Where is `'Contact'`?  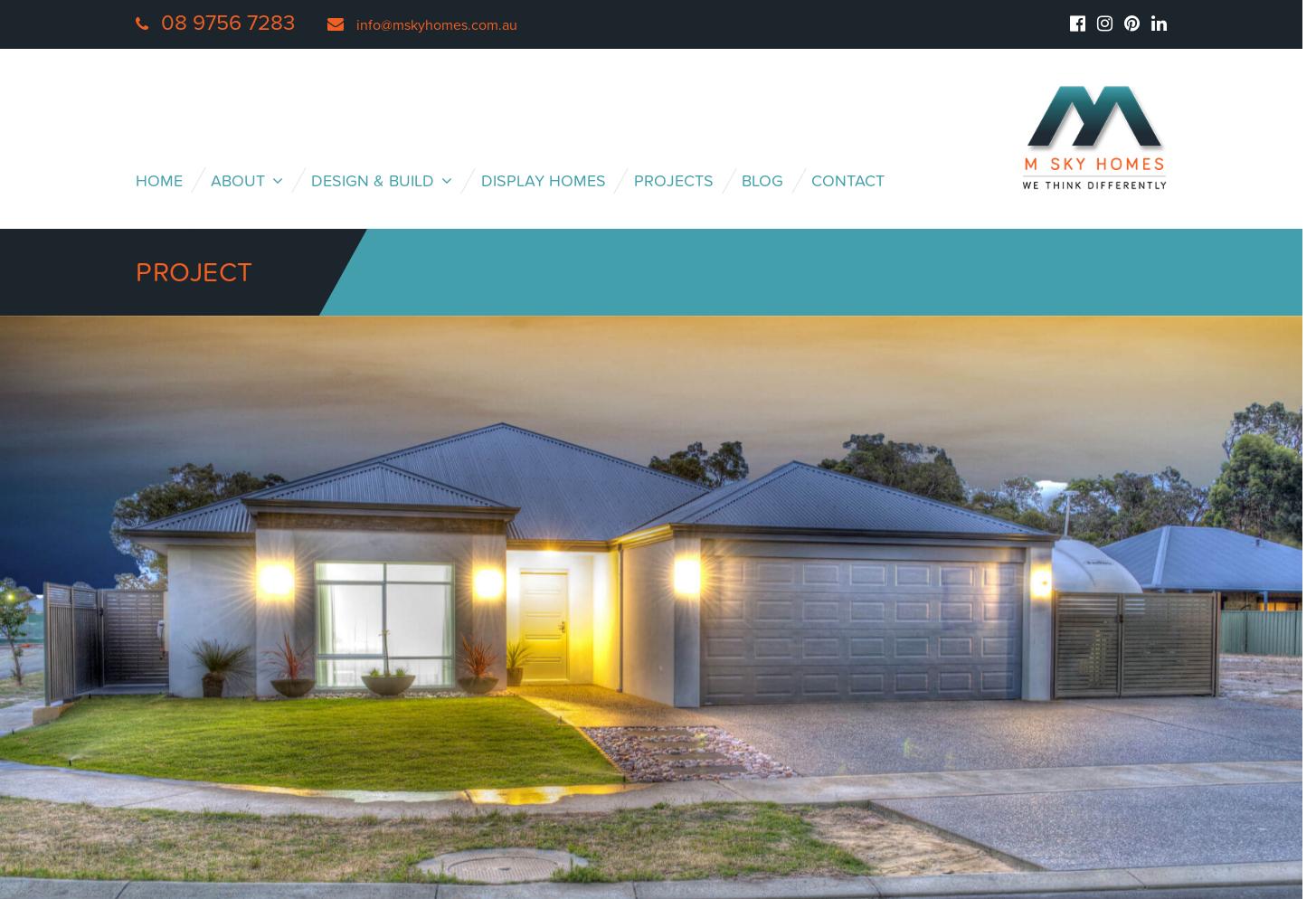 'Contact' is located at coordinates (847, 180).